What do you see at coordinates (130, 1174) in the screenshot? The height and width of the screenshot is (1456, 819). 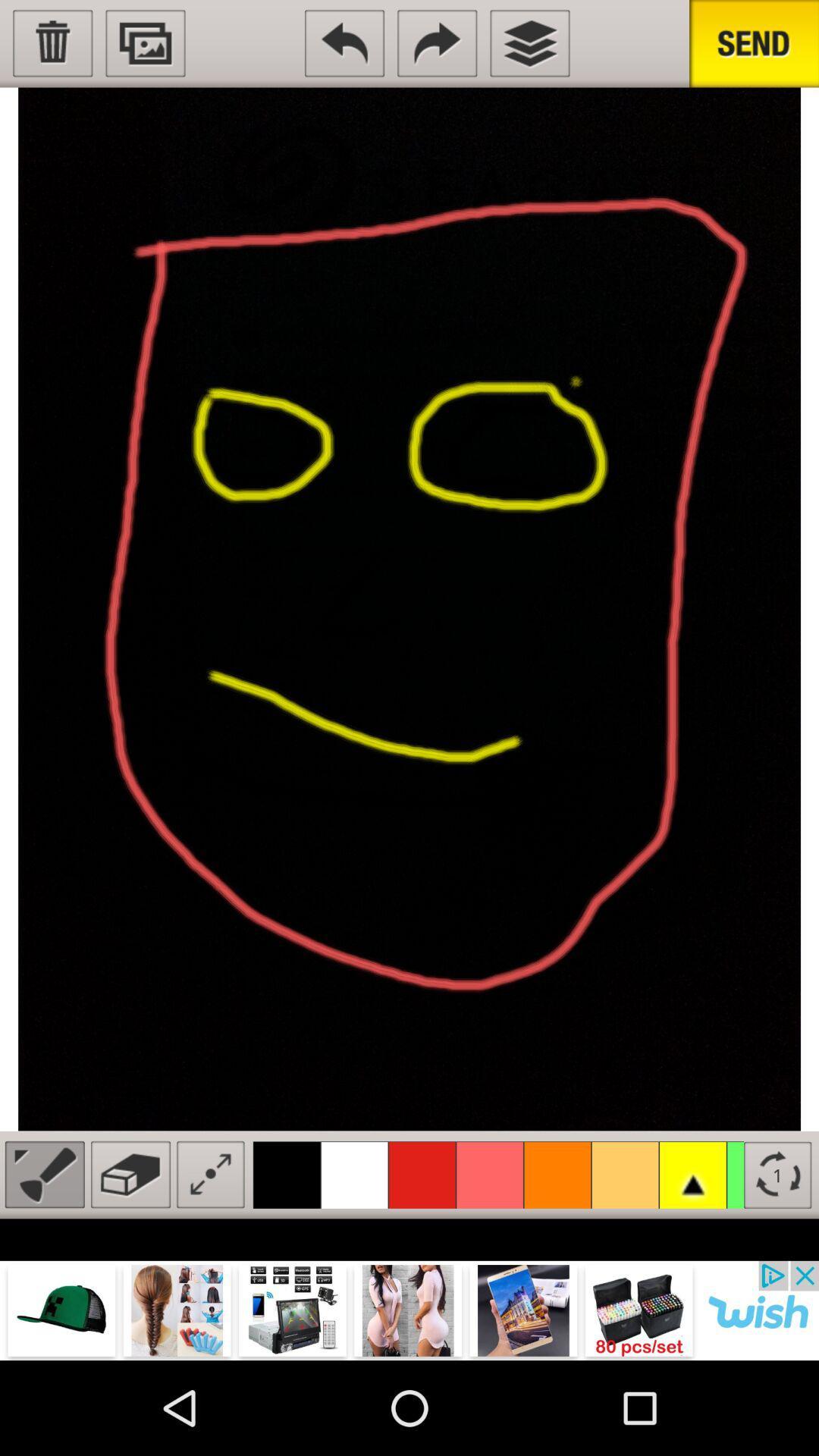 I see `eraser` at bounding box center [130, 1174].